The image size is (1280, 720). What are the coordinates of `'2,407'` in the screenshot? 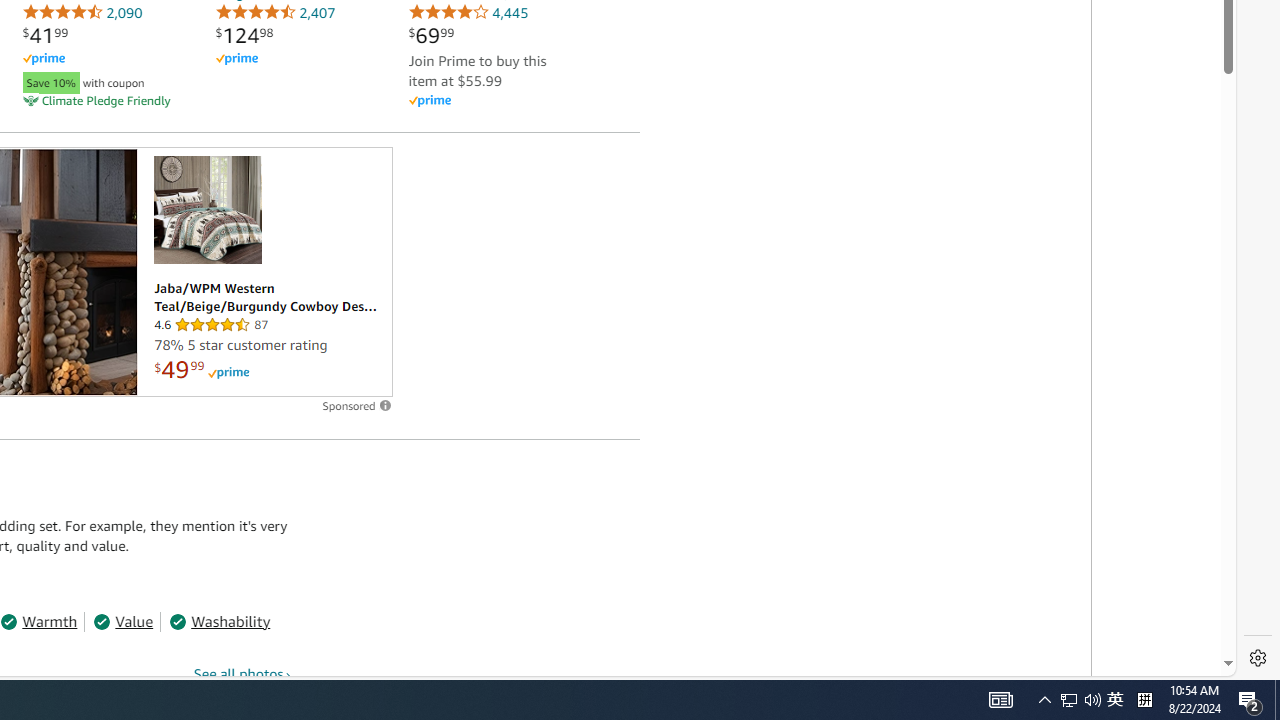 It's located at (274, 12).